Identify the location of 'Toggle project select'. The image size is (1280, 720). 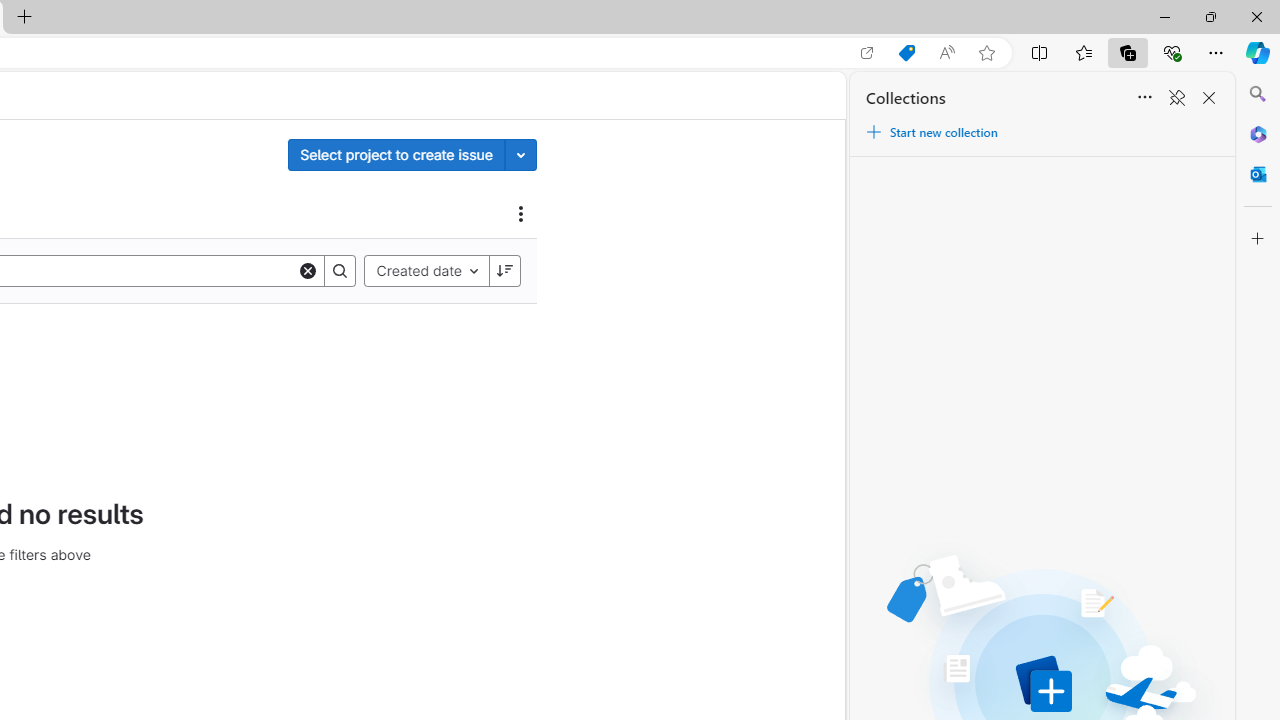
(521, 153).